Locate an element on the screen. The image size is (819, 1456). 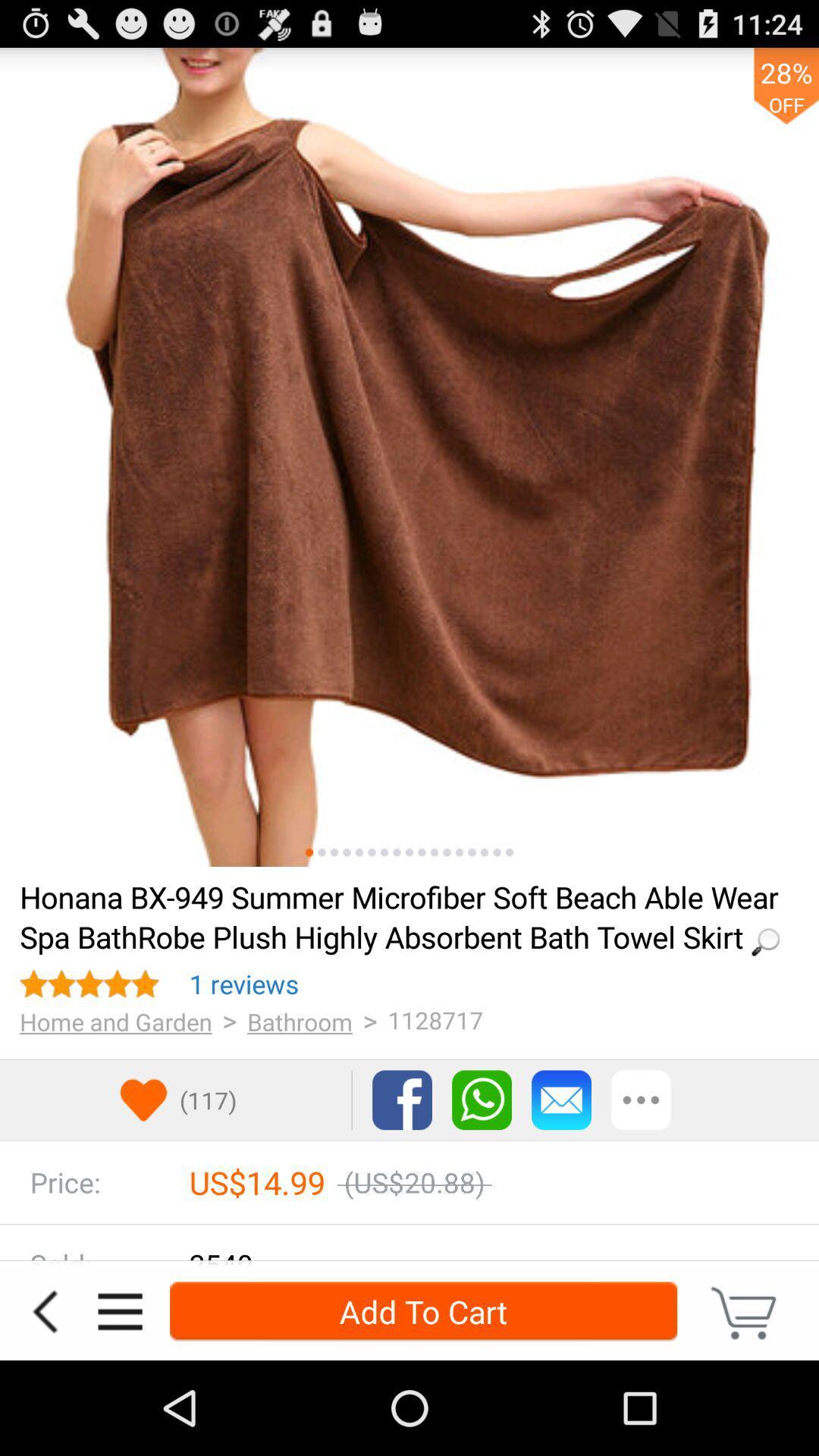
product image is located at coordinates (333, 852).